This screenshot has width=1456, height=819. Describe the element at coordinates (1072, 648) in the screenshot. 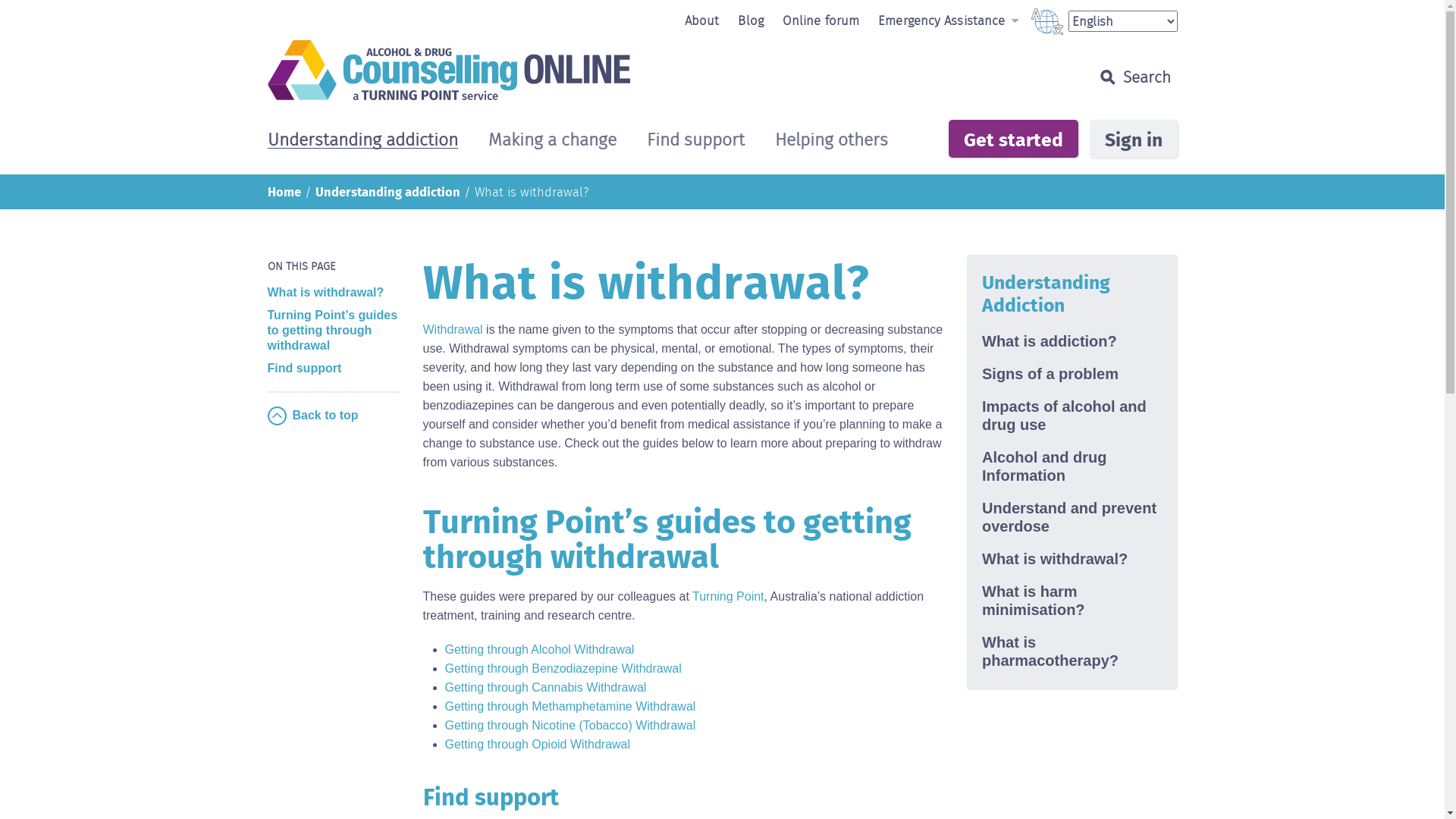

I see `'What is pharmacotherapy?'` at that location.